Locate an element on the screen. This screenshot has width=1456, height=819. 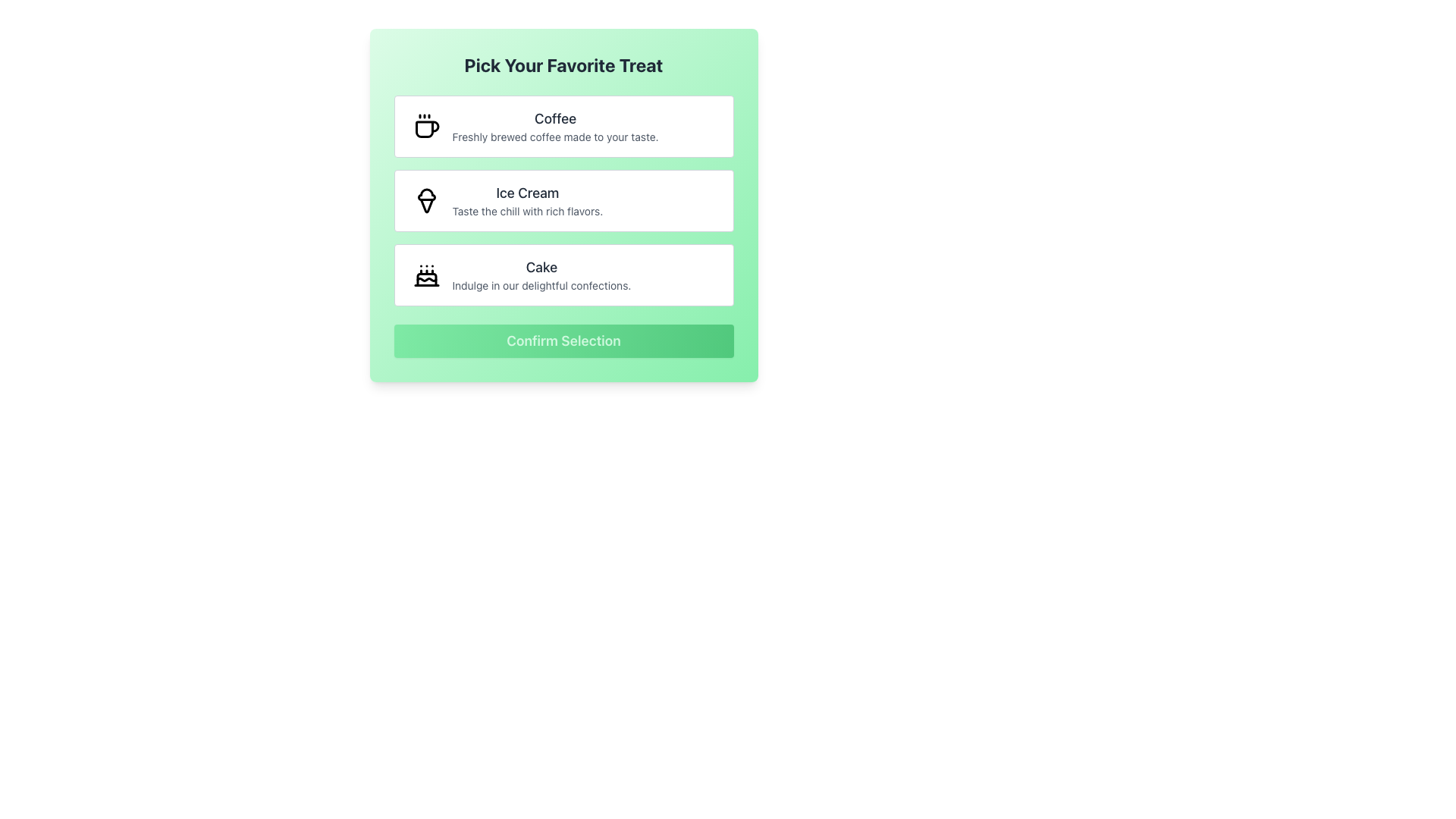
the curved line forming the top part of the ice cream illustration in the 'Ice Cream' option, located in the second card of the options list is located at coordinates (425, 191).